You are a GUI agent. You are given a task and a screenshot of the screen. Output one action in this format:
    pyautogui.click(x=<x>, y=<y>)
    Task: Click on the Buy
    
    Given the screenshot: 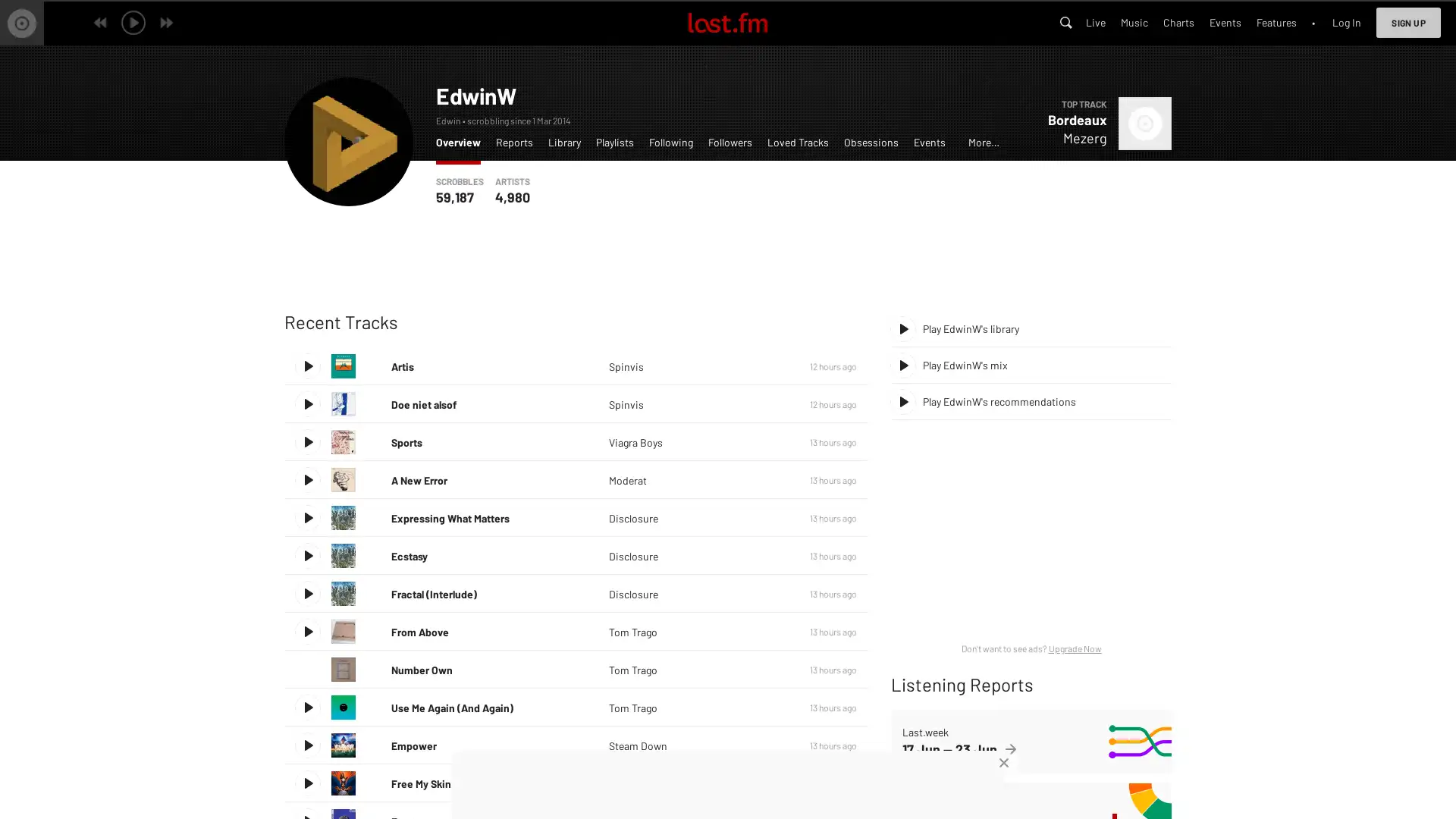 What is the action you would take?
    pyautogui.click(x=764, y=516)
    